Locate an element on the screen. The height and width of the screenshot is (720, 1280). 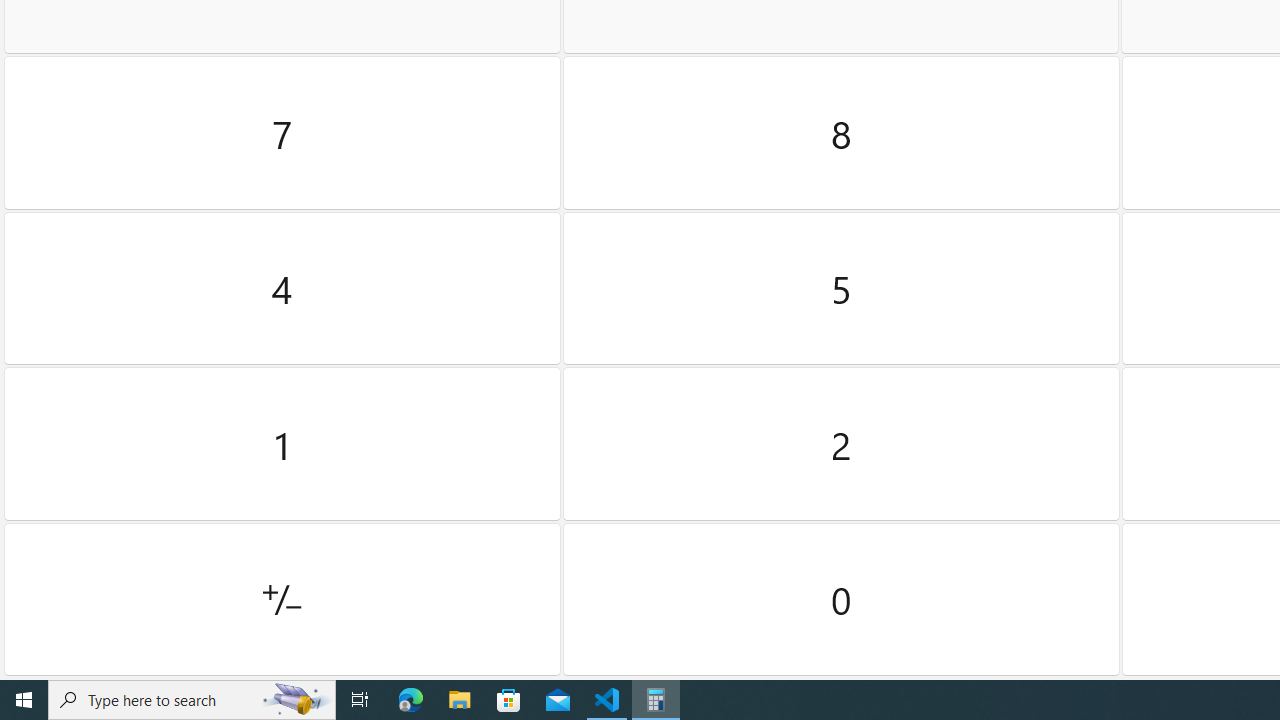
'Positive negative' is located at coordinates (281, 598).